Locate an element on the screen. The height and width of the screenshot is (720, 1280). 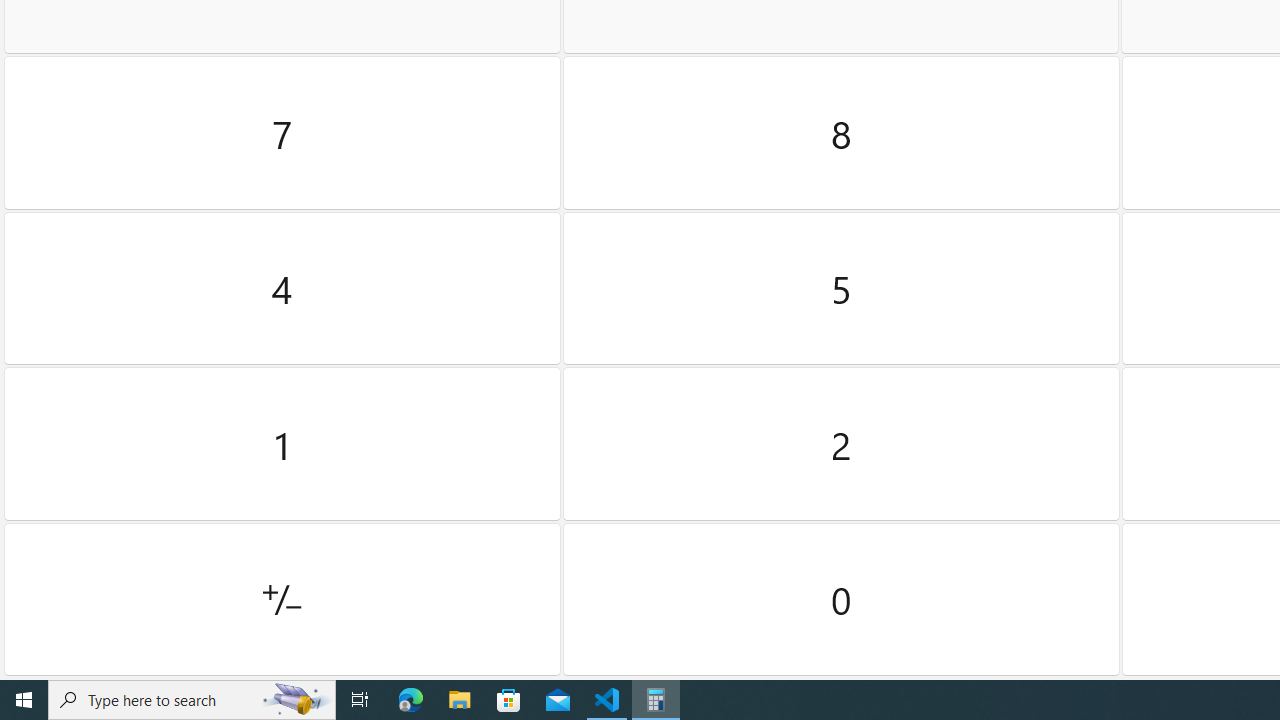
'Positive negative' is located at coordinates (281, 598).